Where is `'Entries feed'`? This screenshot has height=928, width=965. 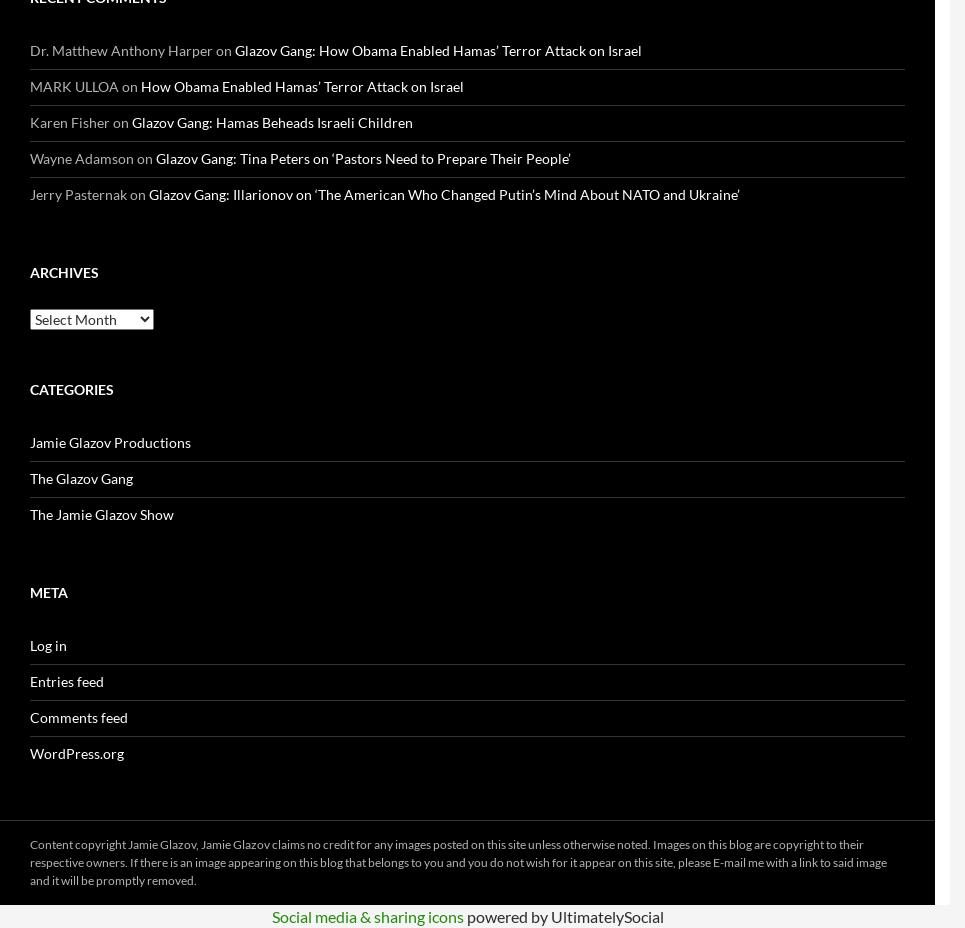
'Entries feed' is located at coordinates (29, 681).